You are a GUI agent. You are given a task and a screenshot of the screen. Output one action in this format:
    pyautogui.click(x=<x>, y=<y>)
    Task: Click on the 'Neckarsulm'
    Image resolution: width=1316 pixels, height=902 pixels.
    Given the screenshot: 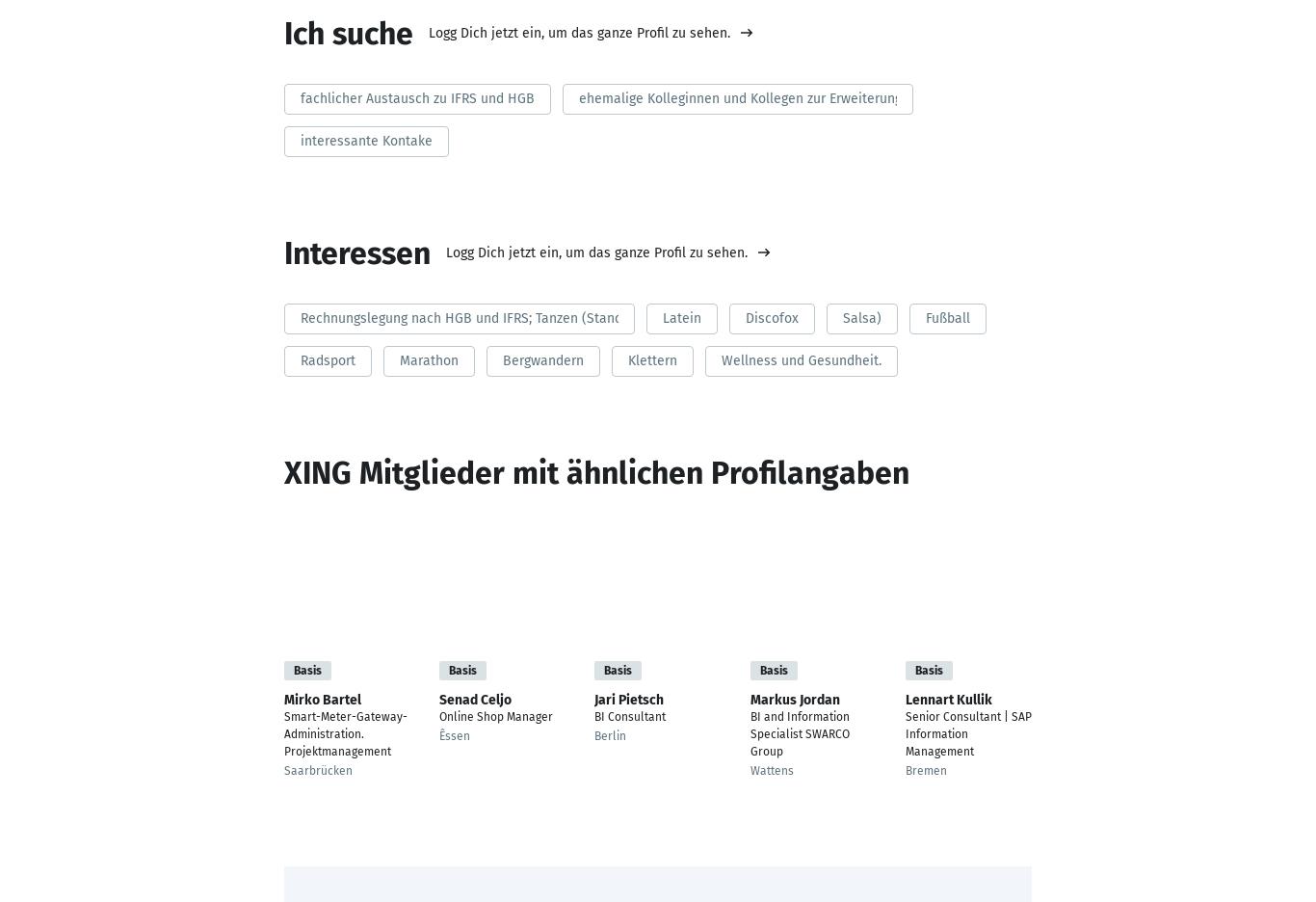 What is the action you would take?
    pyautogui.click(x=1246, y=735)
    